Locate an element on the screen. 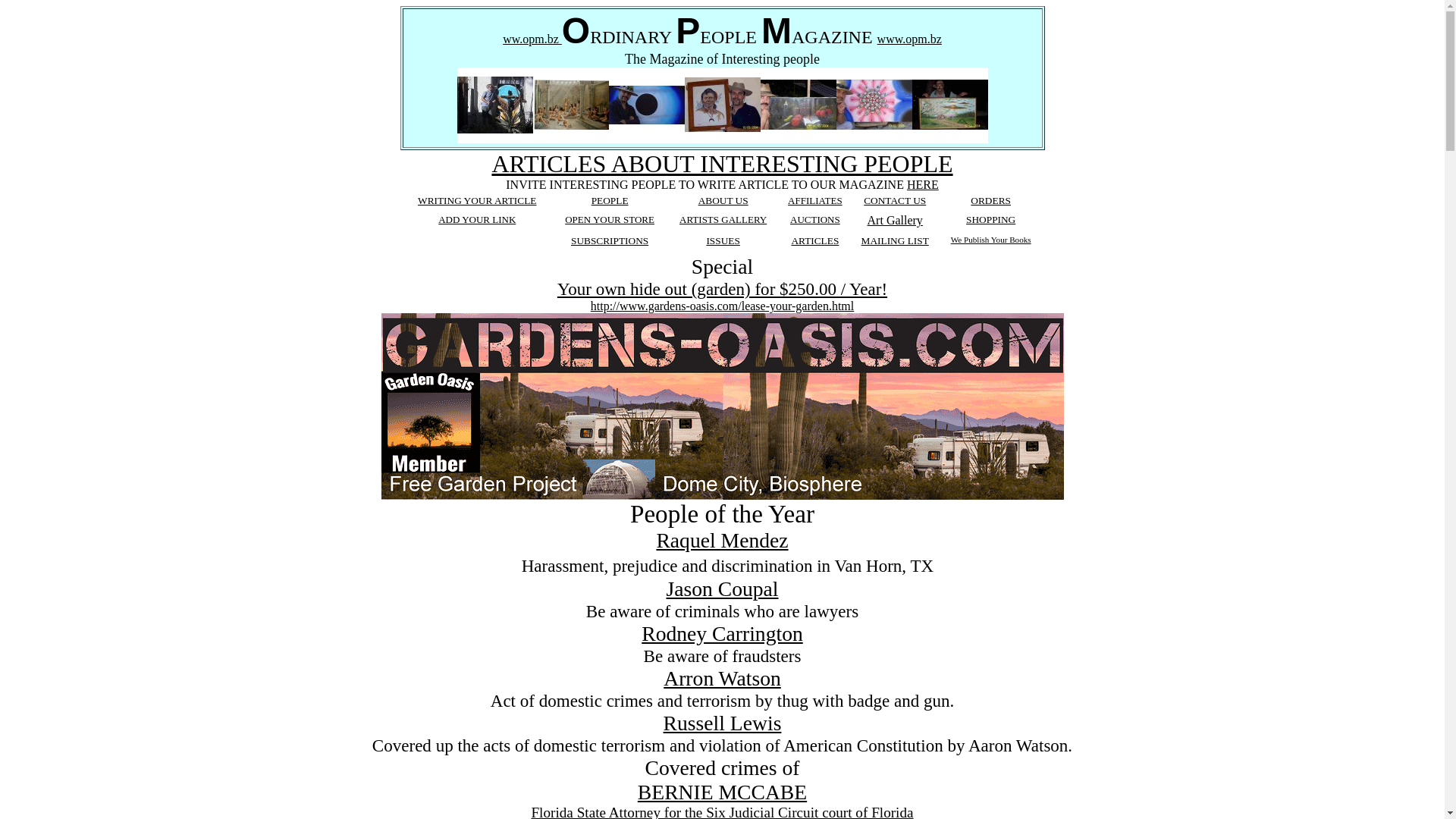  'ORDERS' is located at coordinates (971, 199).